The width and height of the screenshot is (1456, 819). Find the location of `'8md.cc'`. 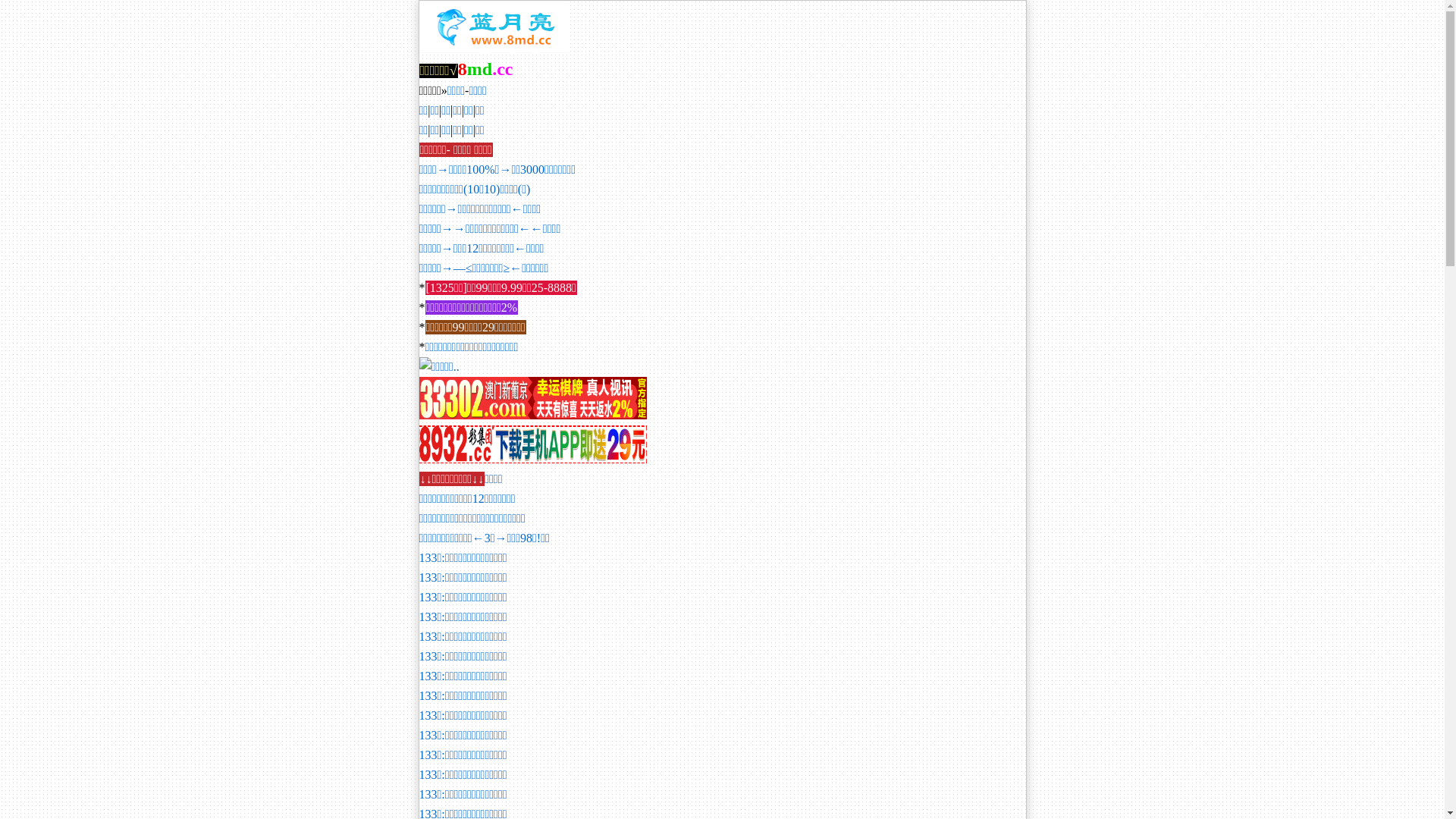

'8md.cc' is located at coordinates (485, 71).